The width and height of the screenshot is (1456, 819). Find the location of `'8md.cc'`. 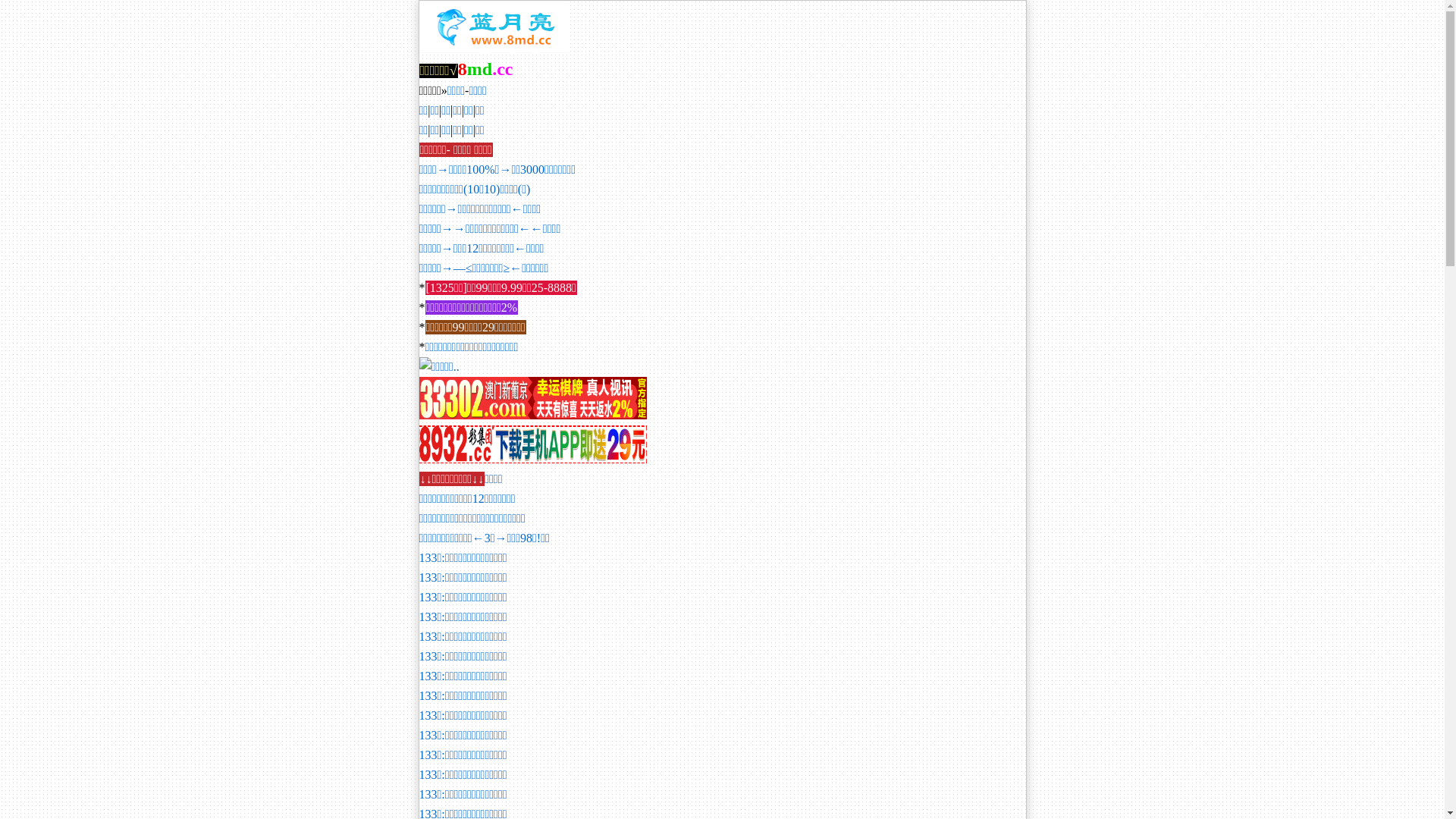

'8md.cc' is located at coordinates (485, 71).